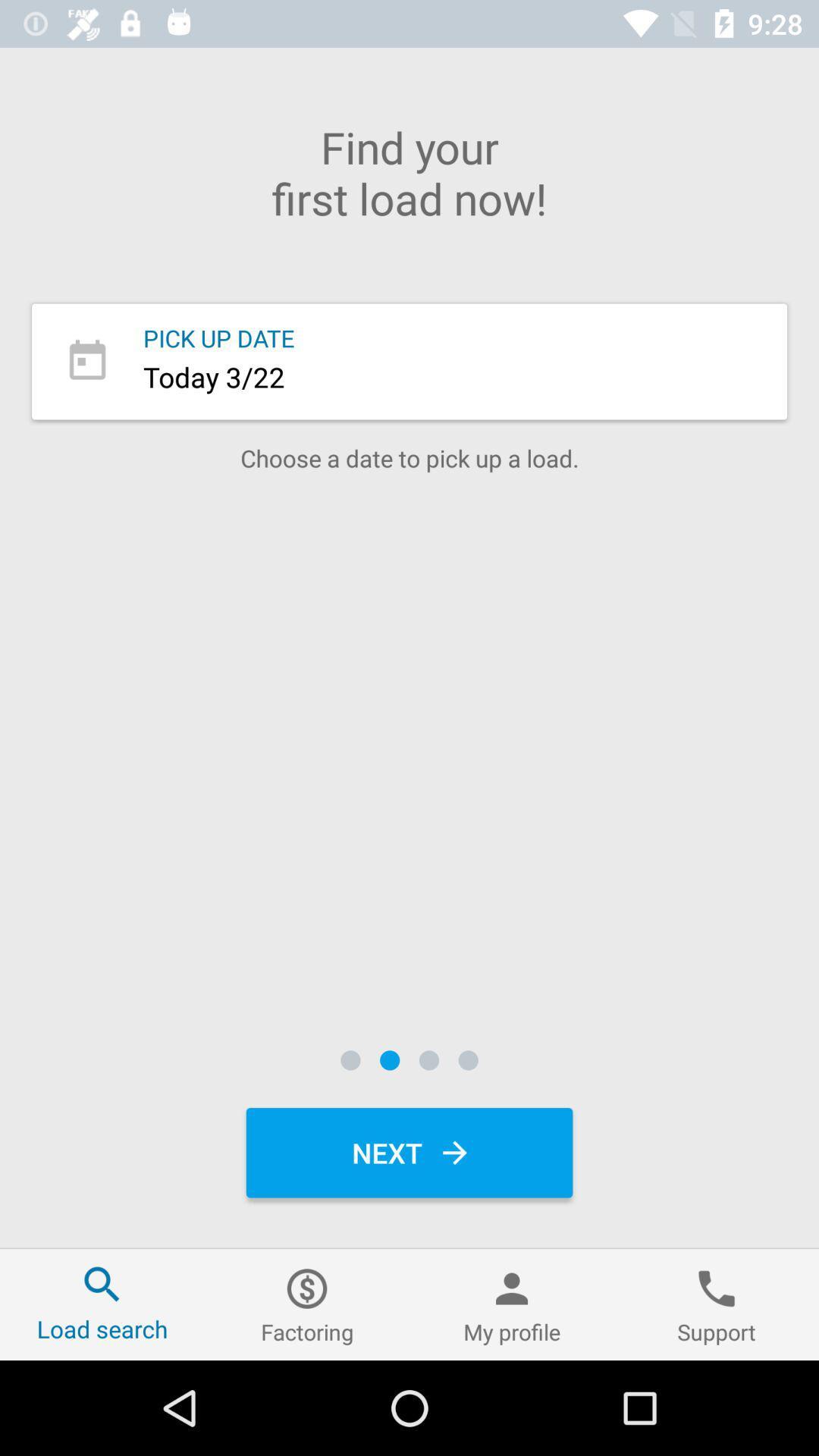  I want to click on next, so click(409, 1153).